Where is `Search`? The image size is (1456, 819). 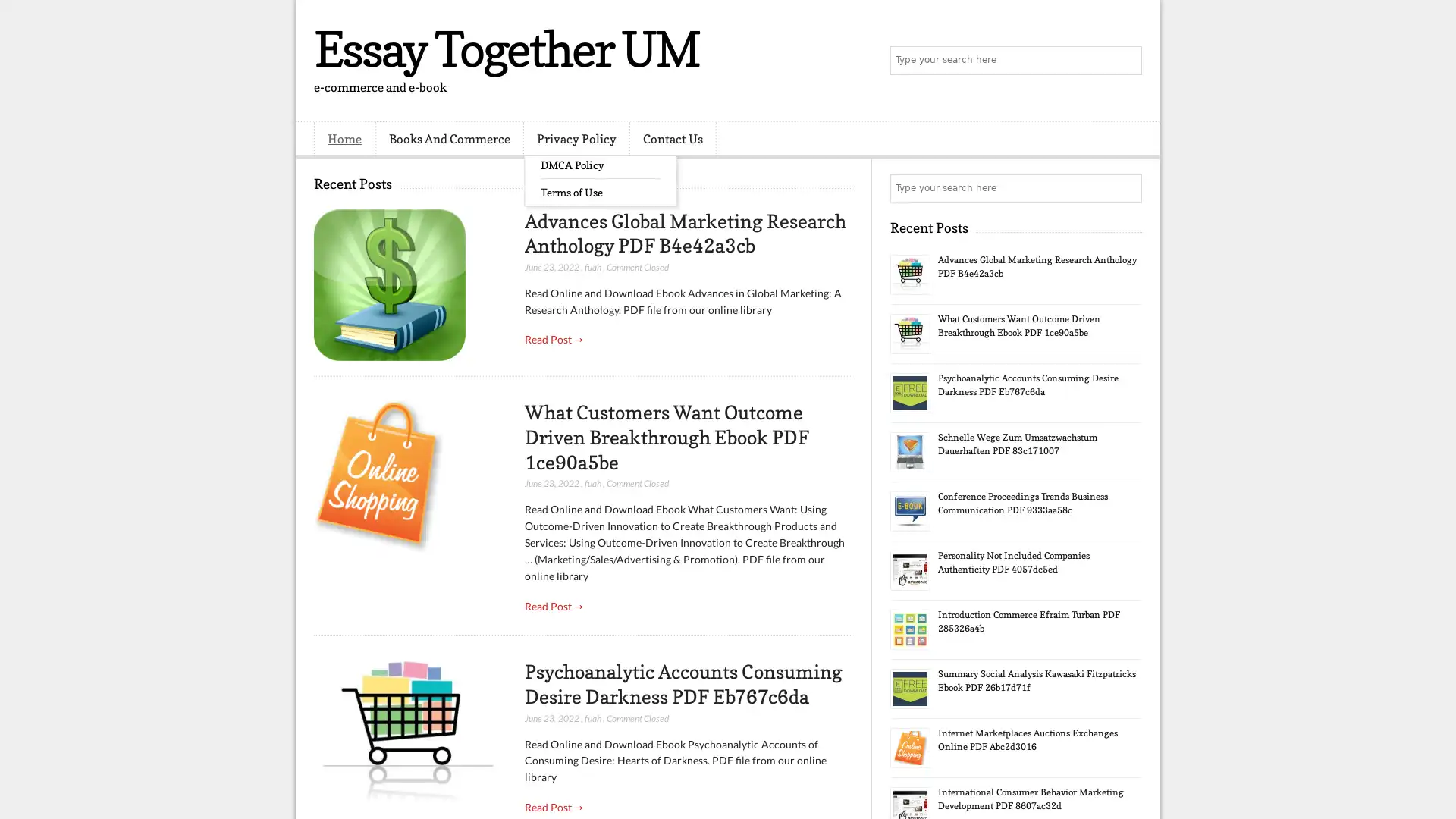
Search is located at coordinates (1126, 188).